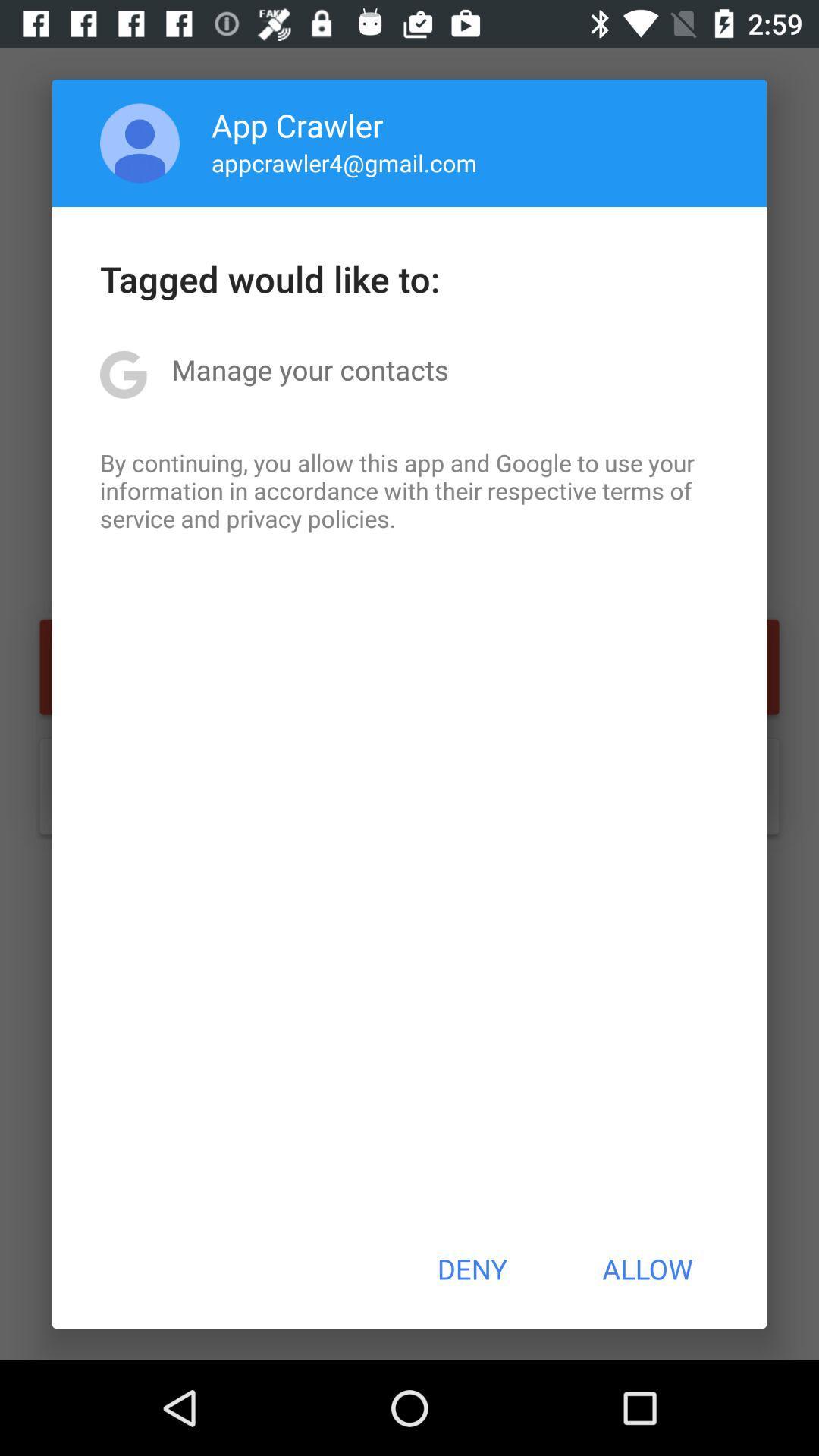 The height and width of the screenshot is (1456, 819). Describe the element at coordinates (297, 124) in the screenshot. I see `the app crawler item` at that location.